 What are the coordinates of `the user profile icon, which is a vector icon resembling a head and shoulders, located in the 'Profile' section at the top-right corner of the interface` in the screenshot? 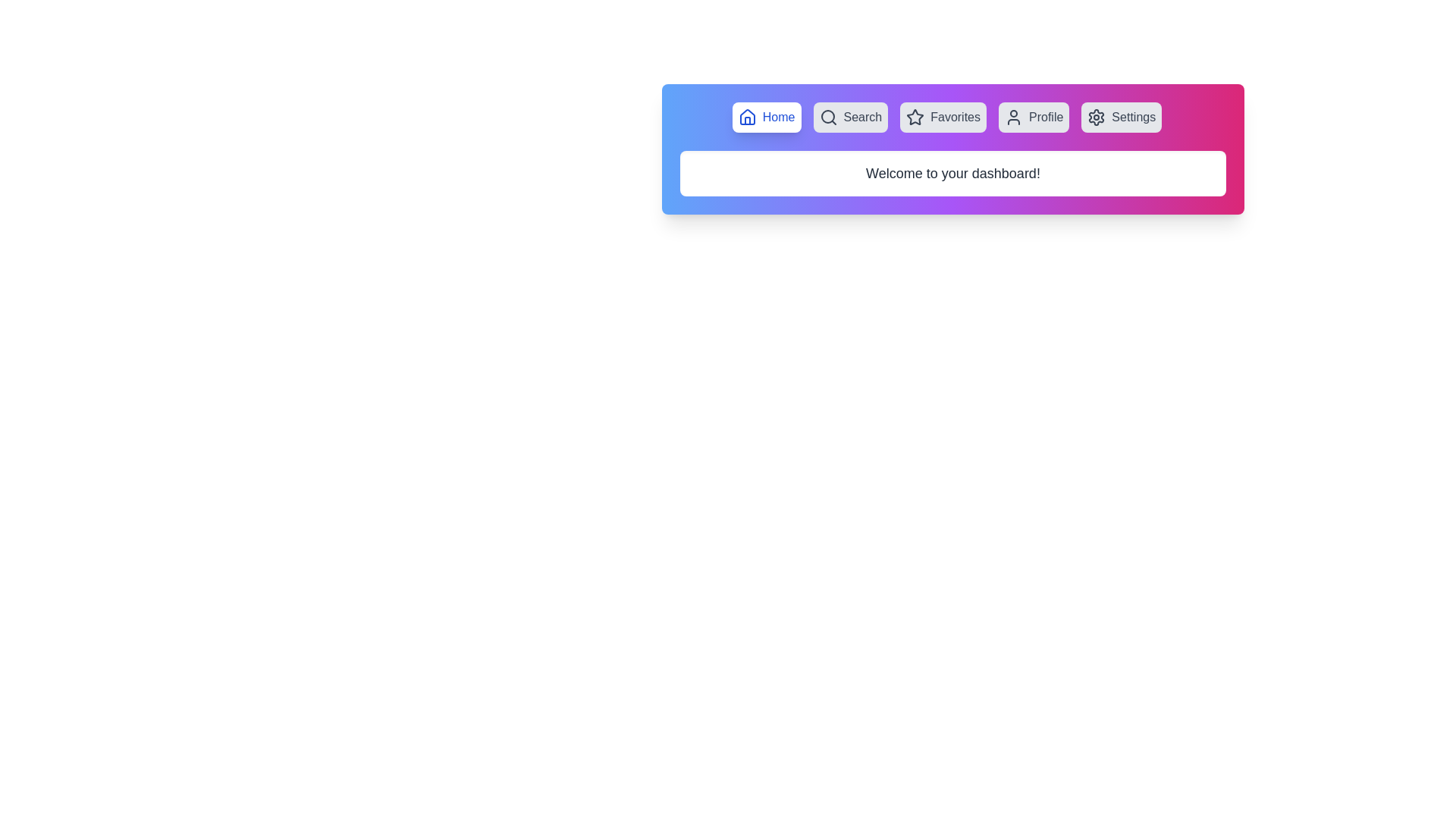 It's located at (1014, 116).